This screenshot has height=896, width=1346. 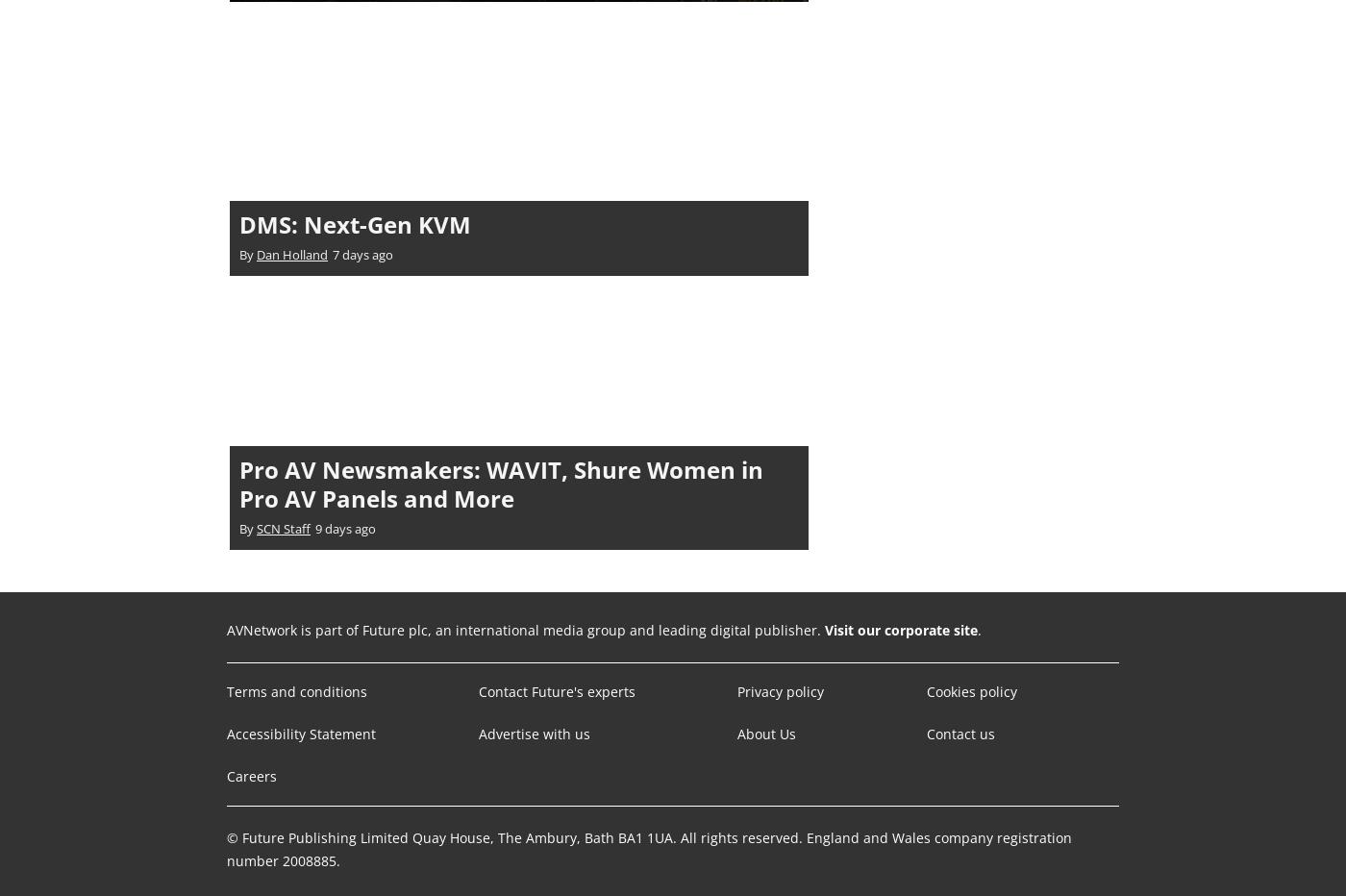 I want to click on 'DMS: Next-Gen KVM', so click(x=355, y=223).